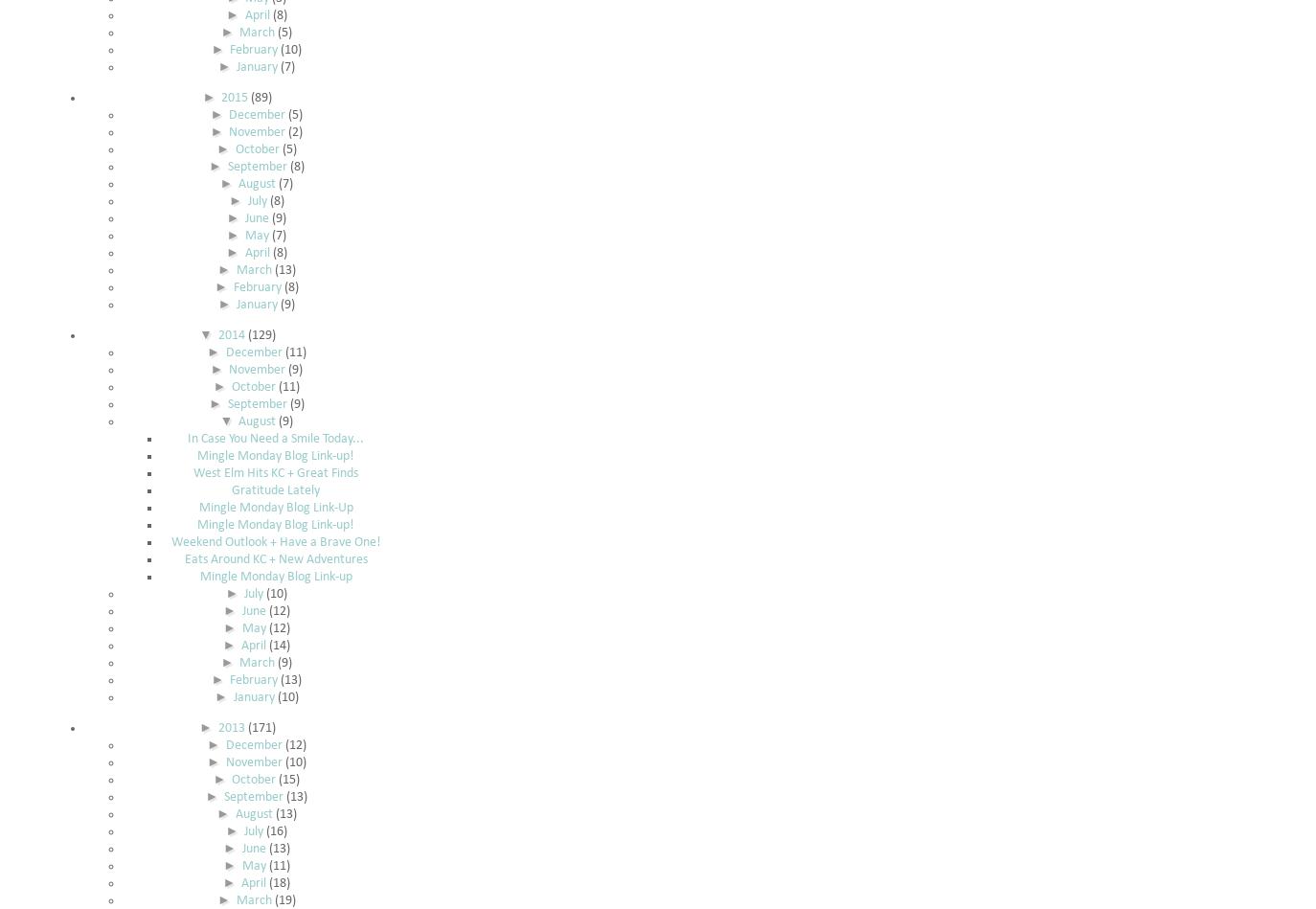 The height and width of the screenshot is (909, 1316). Describe the element at coordinates (288, 779) in the screenshot. I see `'(15)'` at that location.